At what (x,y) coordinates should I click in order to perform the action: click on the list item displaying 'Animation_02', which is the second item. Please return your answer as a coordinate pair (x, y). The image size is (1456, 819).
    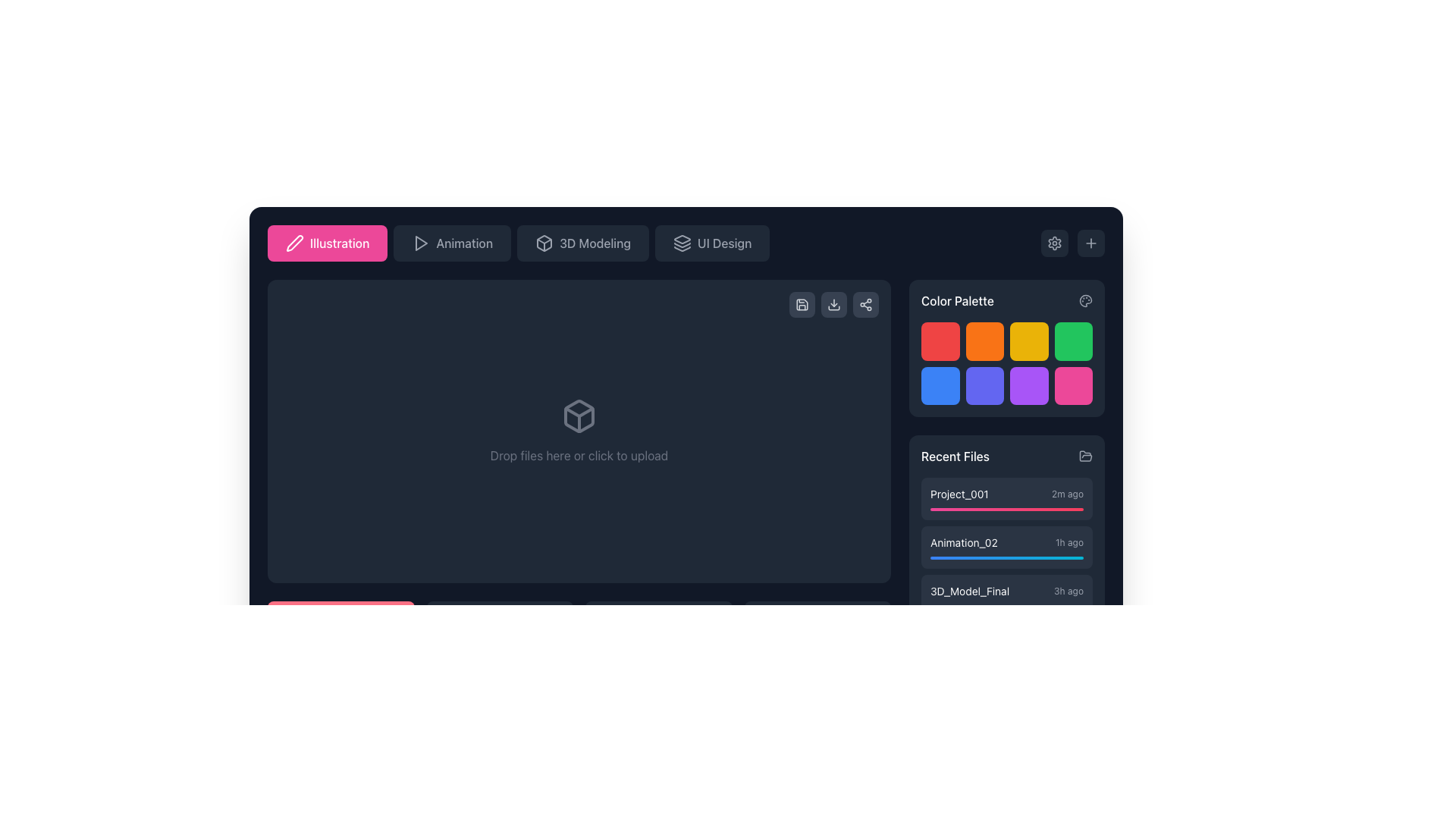
    Looking at the image, I should click on (1007, 547).